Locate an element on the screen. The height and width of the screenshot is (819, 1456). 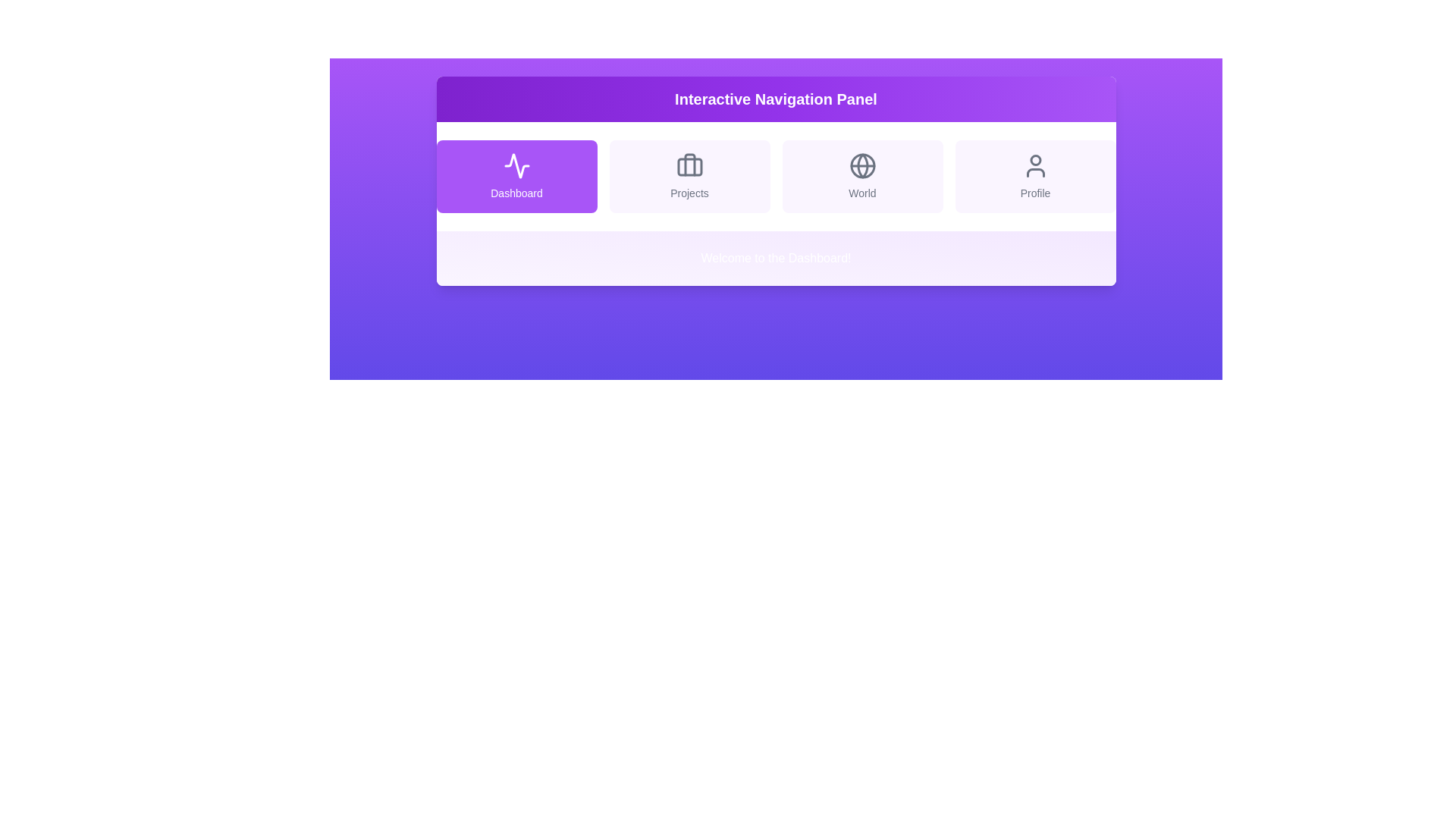
the purple rounded button labeled 'Dashboard' with a chart icon is located at coordinates (516, 175).